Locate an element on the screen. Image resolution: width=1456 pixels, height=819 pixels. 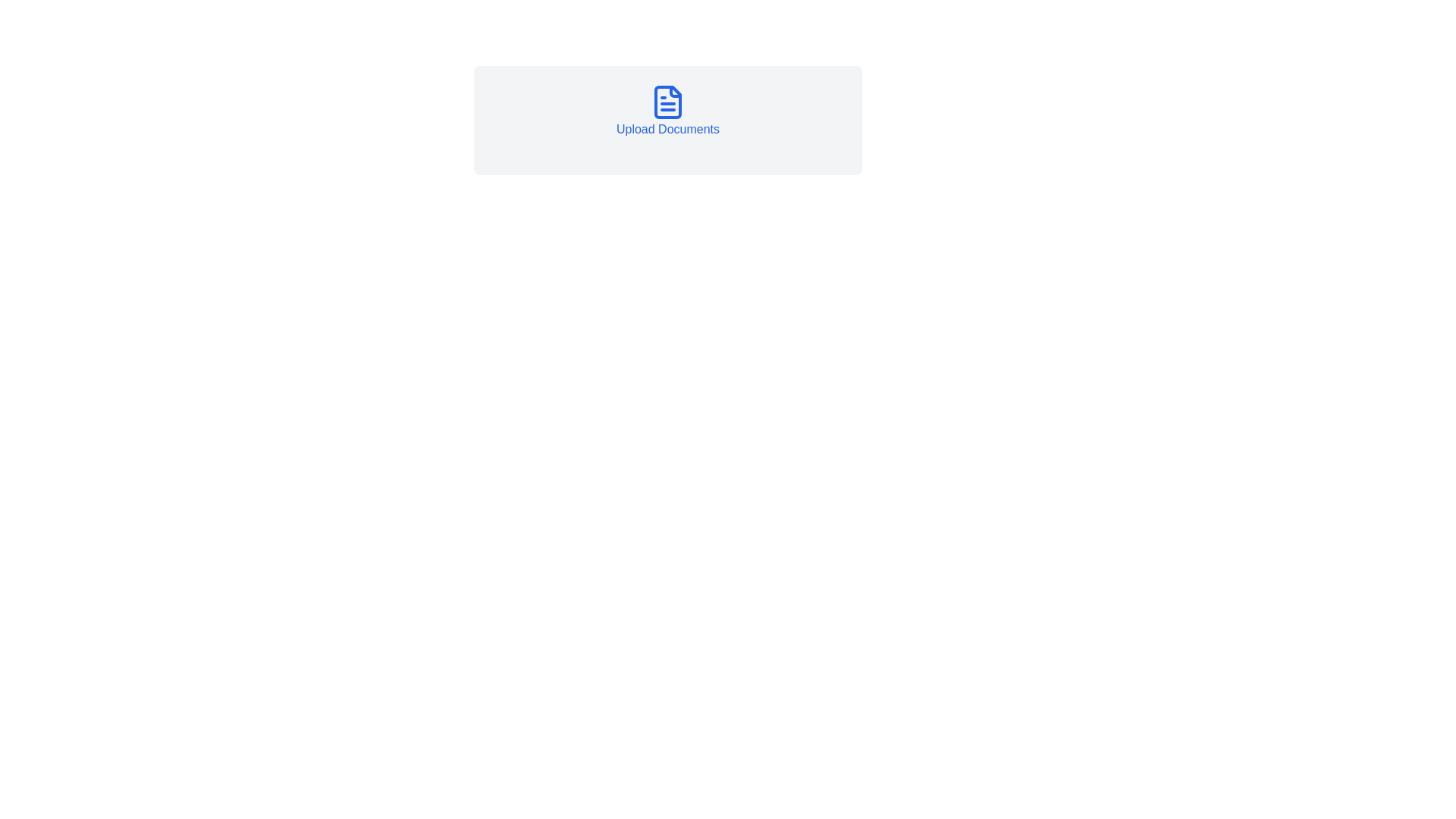
the clickable area containing a blue file icon and the label 'Upload Documents' is located at coordinates (667, 110).